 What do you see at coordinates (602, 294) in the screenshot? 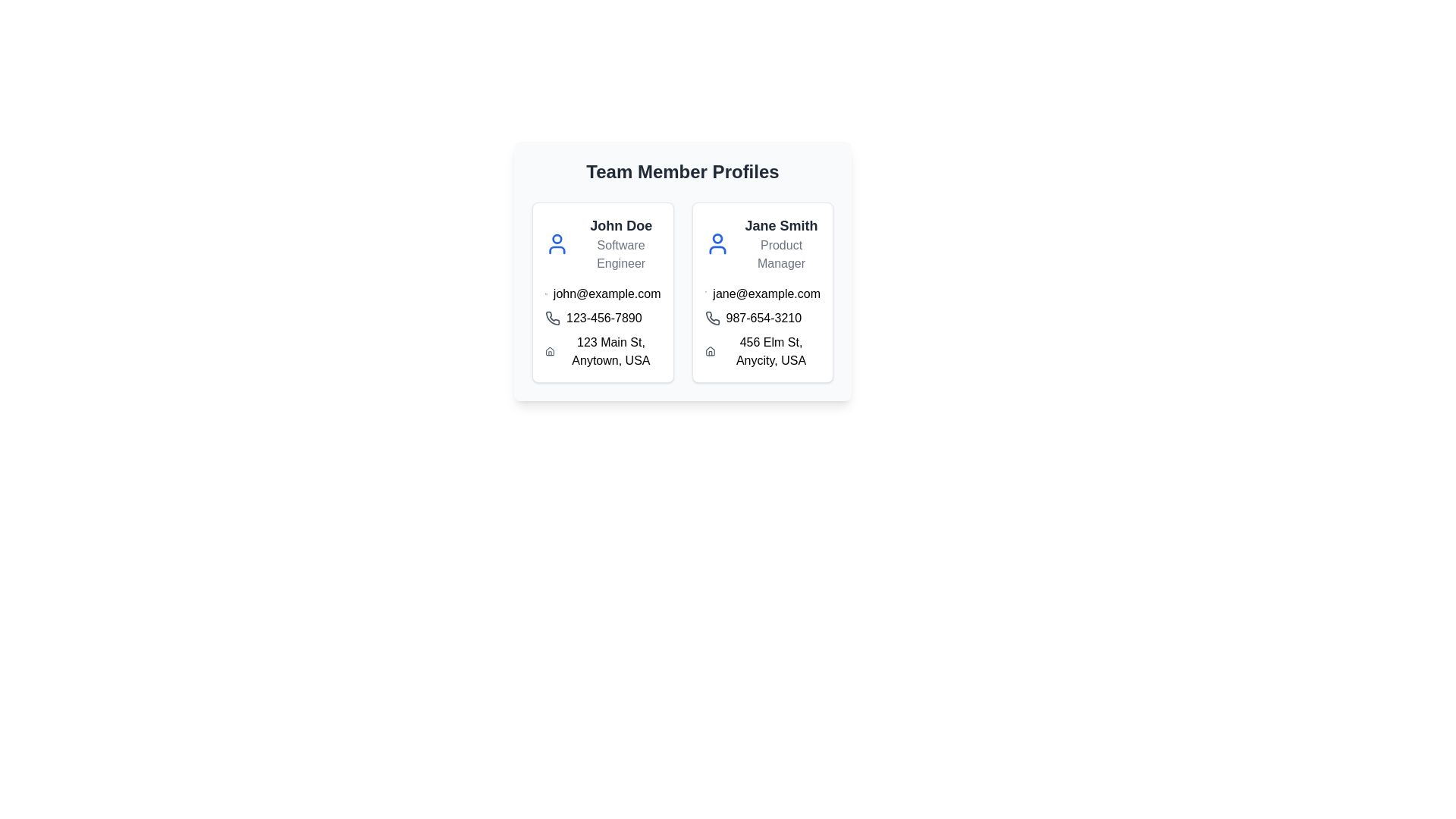
I see `the email address identifier text label located beneath the name 'John Doe' and above the phone number '123-456-7890'` at bounding box center [602, 294].